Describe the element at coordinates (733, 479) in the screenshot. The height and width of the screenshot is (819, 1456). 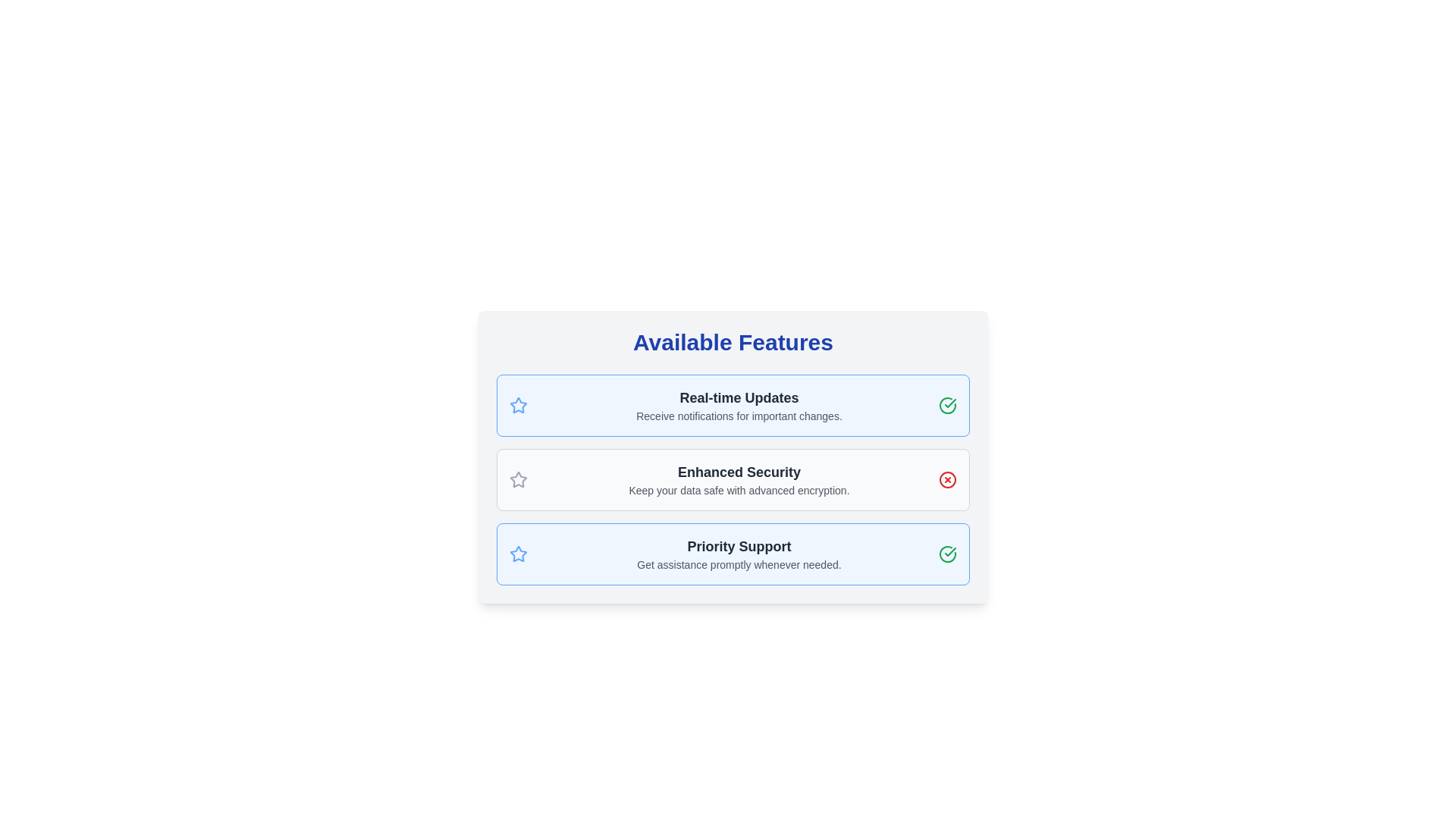
I see `the 'Enhanced Security' informational card, which is the second card in a stacked list of three cards, featuring a star icon on the left and a red cross icon on the right` at that location.